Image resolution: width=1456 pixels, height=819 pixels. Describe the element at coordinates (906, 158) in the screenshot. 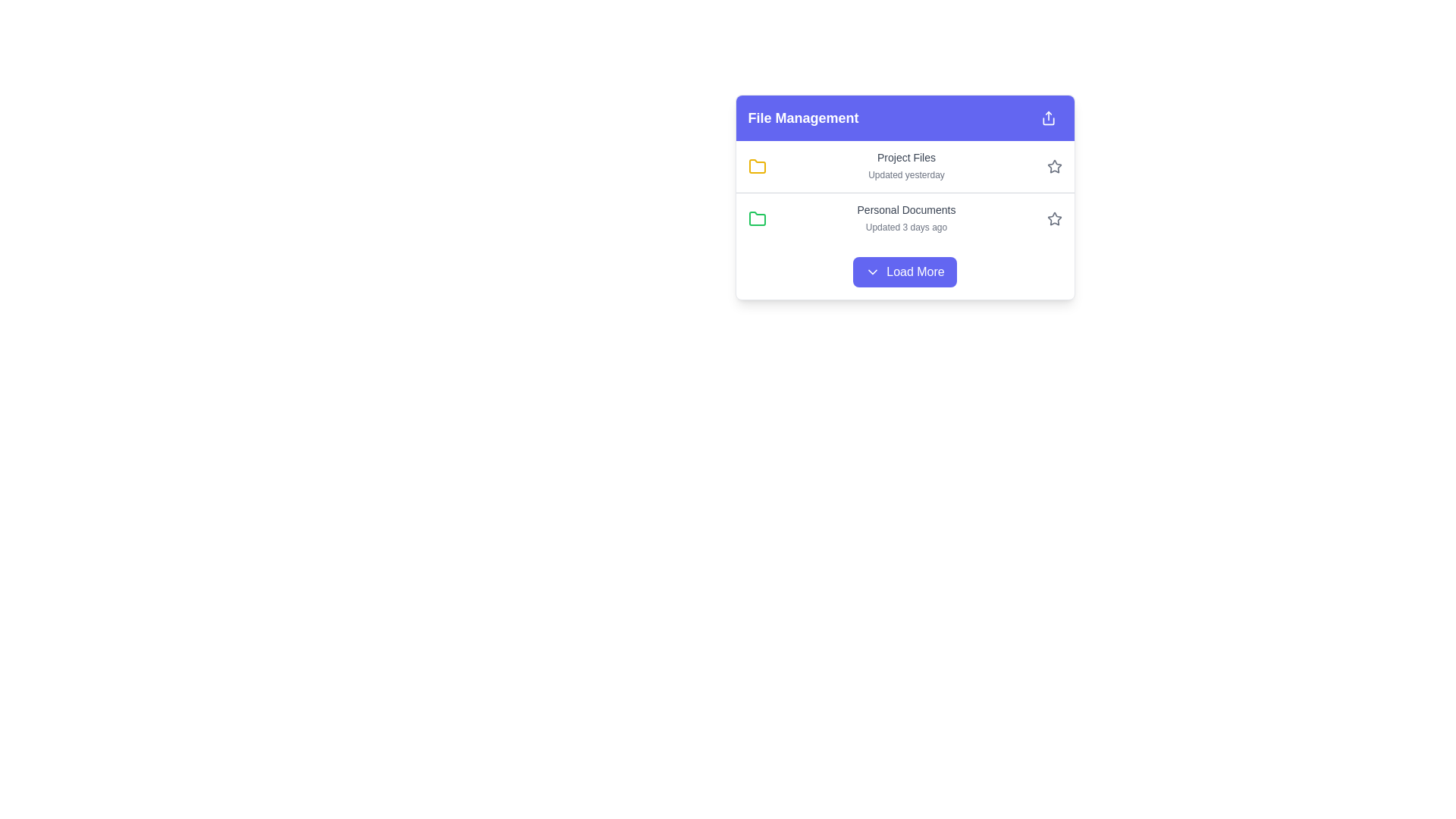

I see `the 'Project Files' text label` at that location.